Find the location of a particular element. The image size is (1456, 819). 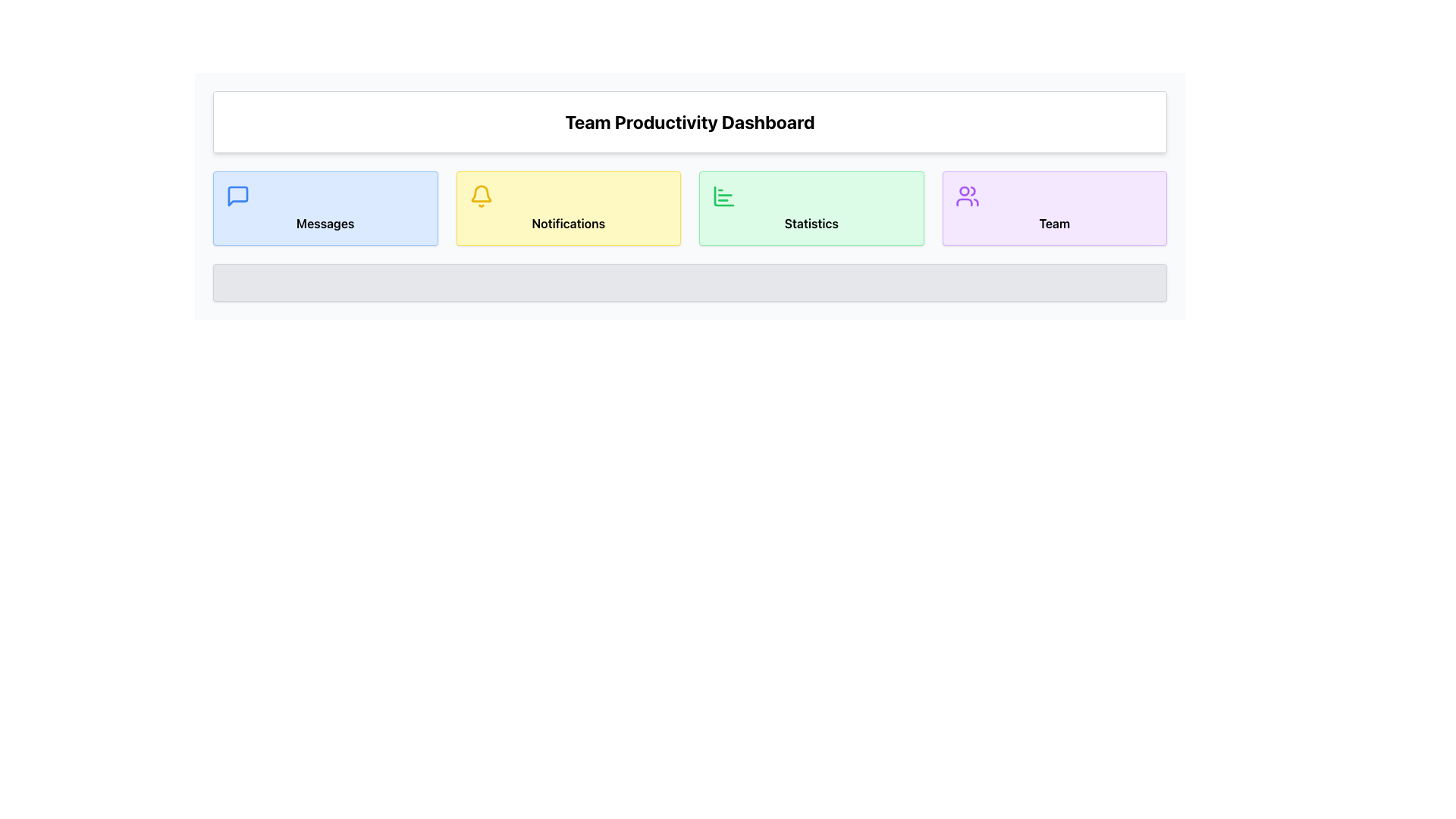

descriptive text label indicating its association with 'Team', located at the bottom center of a purple card in the rightmost position of a horizontal grid of four cards is located at coordinates (1053, 223).